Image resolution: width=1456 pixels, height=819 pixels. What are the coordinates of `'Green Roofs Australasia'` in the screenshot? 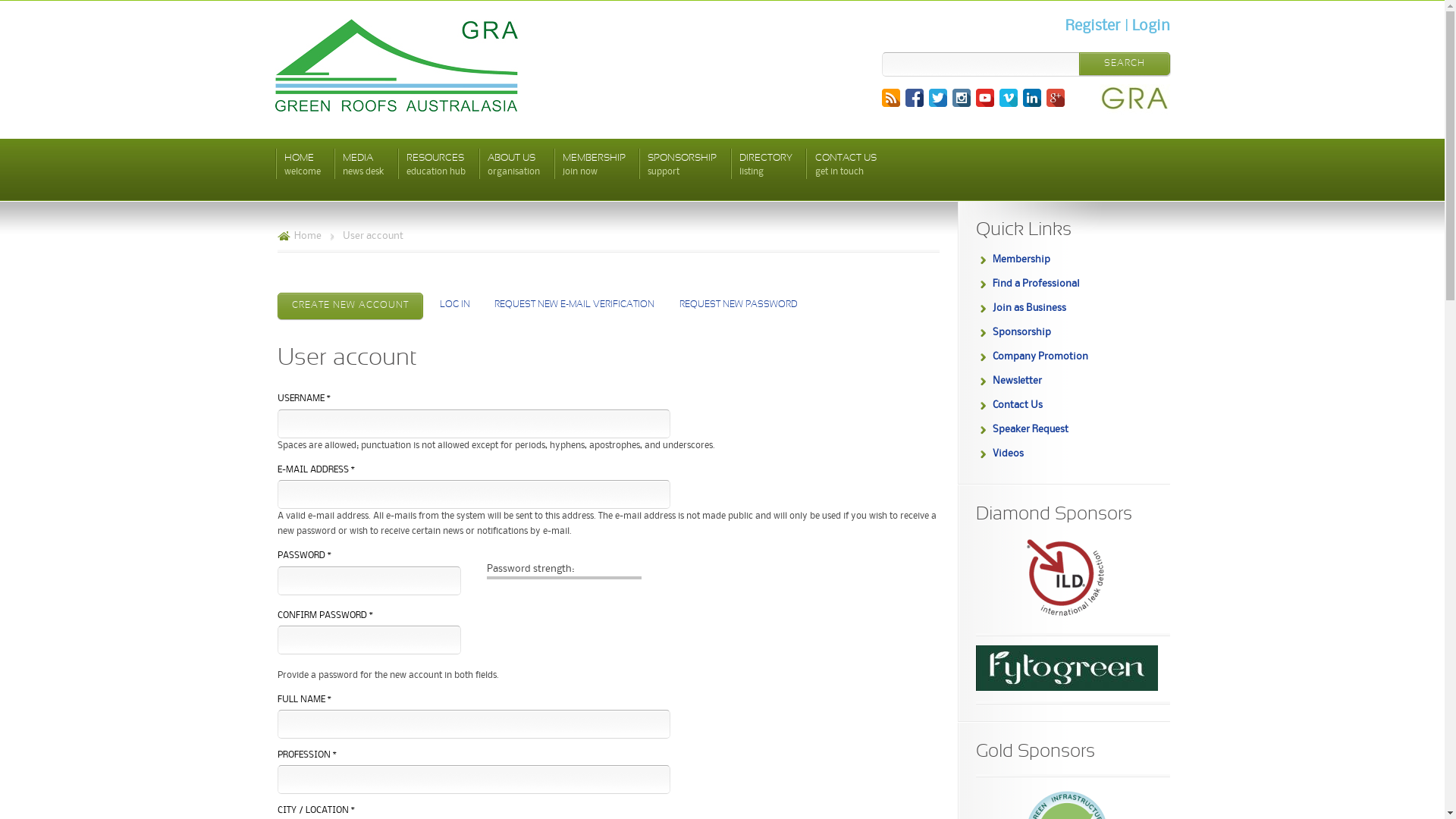 It's located at (396, 64).